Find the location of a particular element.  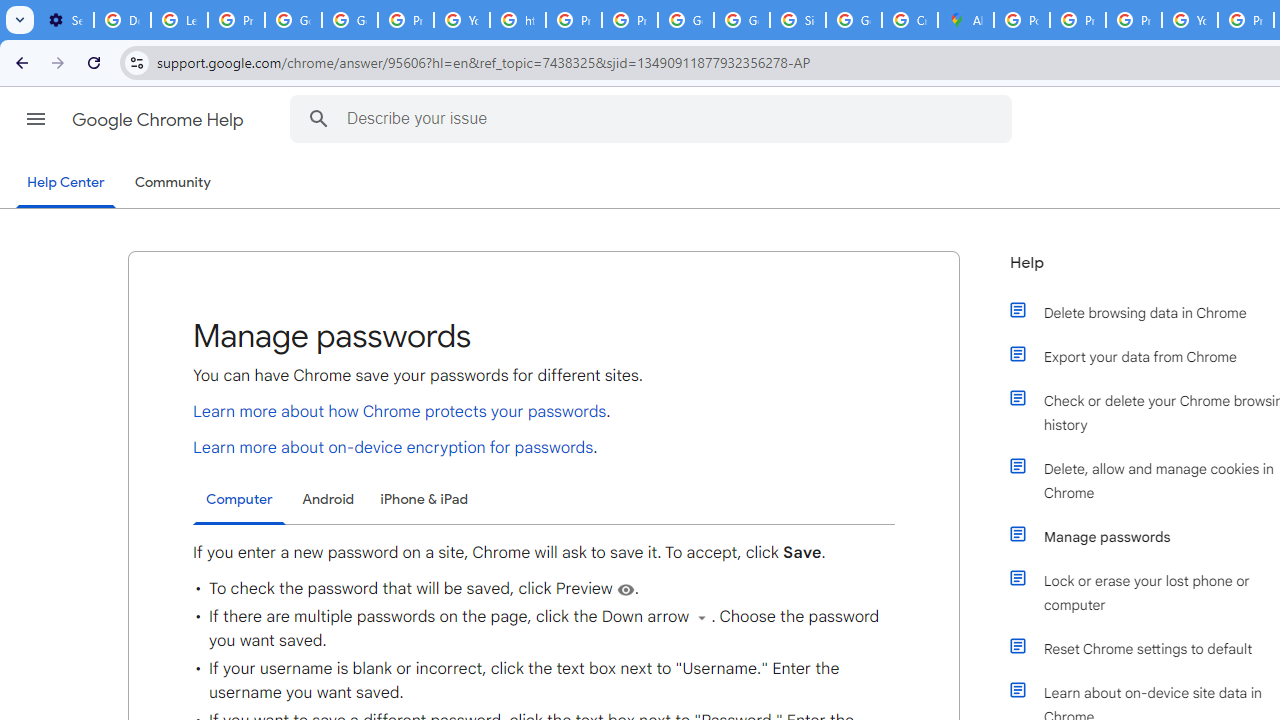

'iPhone & iPad' is located at coordinates (423, 498).